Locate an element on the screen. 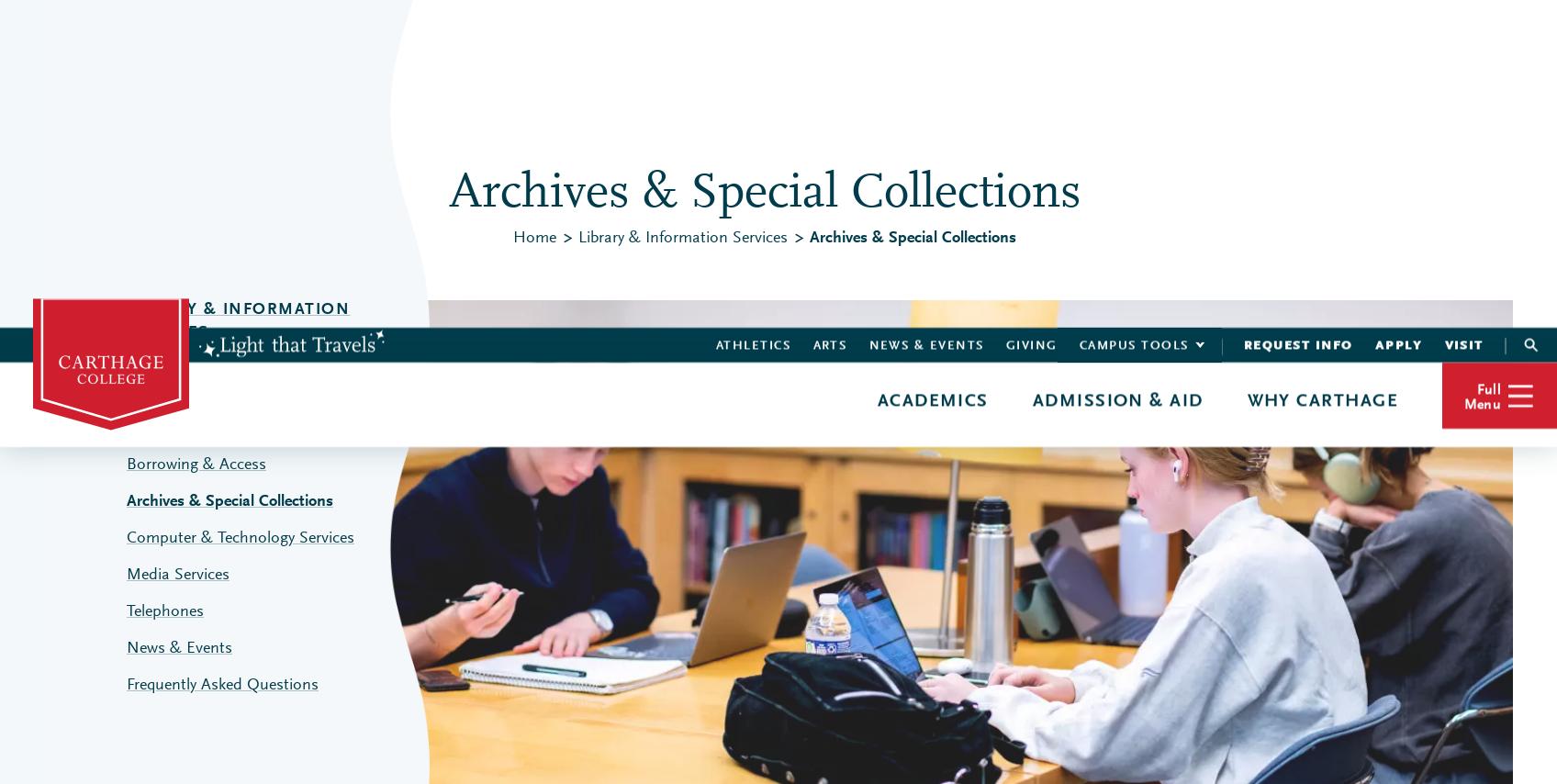 The width and height of the screenshot is (1557, 784). 'Life at Carthage' is located at coordinates (1020, 152).